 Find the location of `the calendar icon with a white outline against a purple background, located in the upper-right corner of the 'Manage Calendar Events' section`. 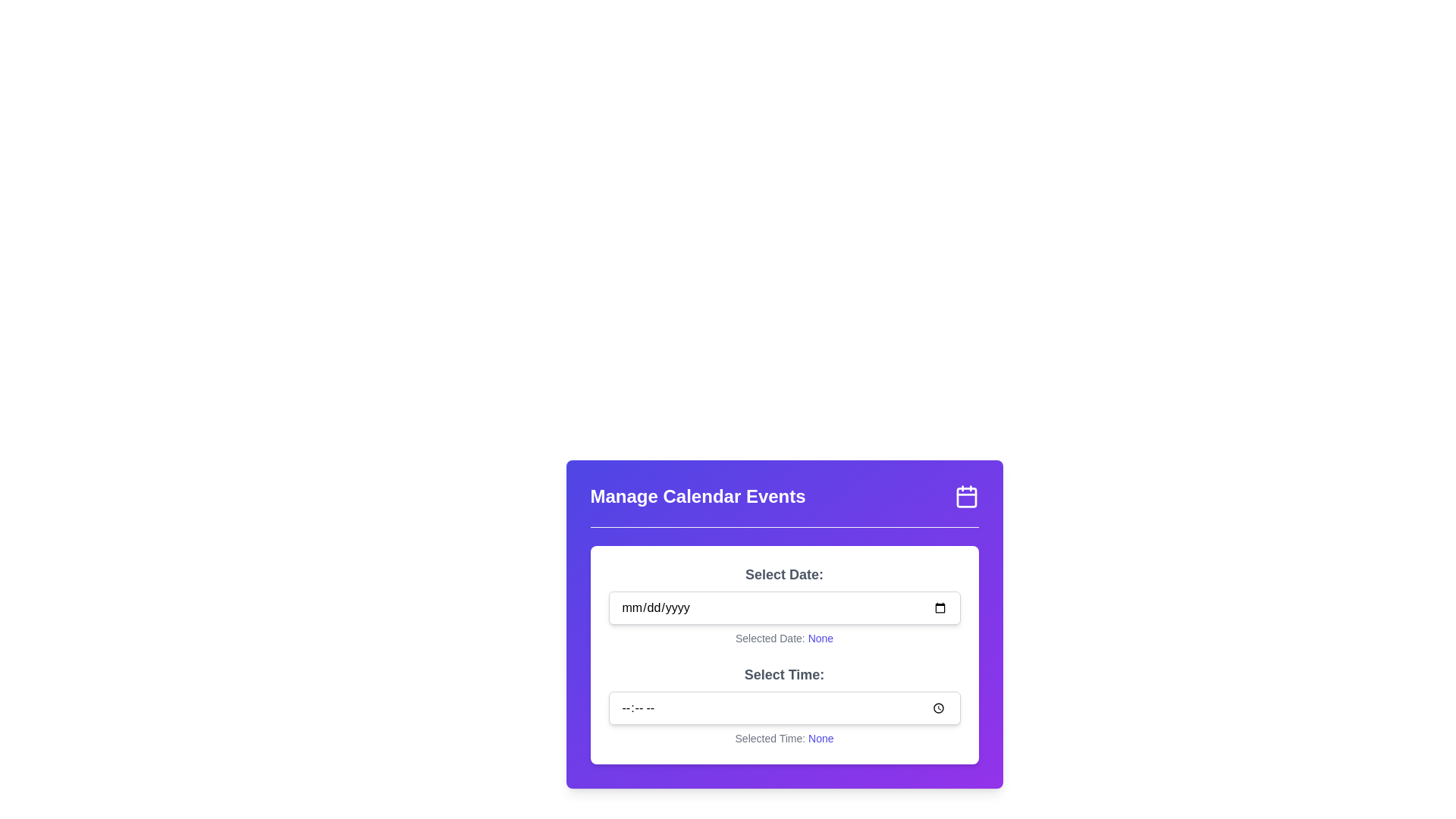

the calendar icon with a white outline against a purple background, located in the upper-right corner of the 'Manage Calendar Events' section is located at coordinates (965, 497).